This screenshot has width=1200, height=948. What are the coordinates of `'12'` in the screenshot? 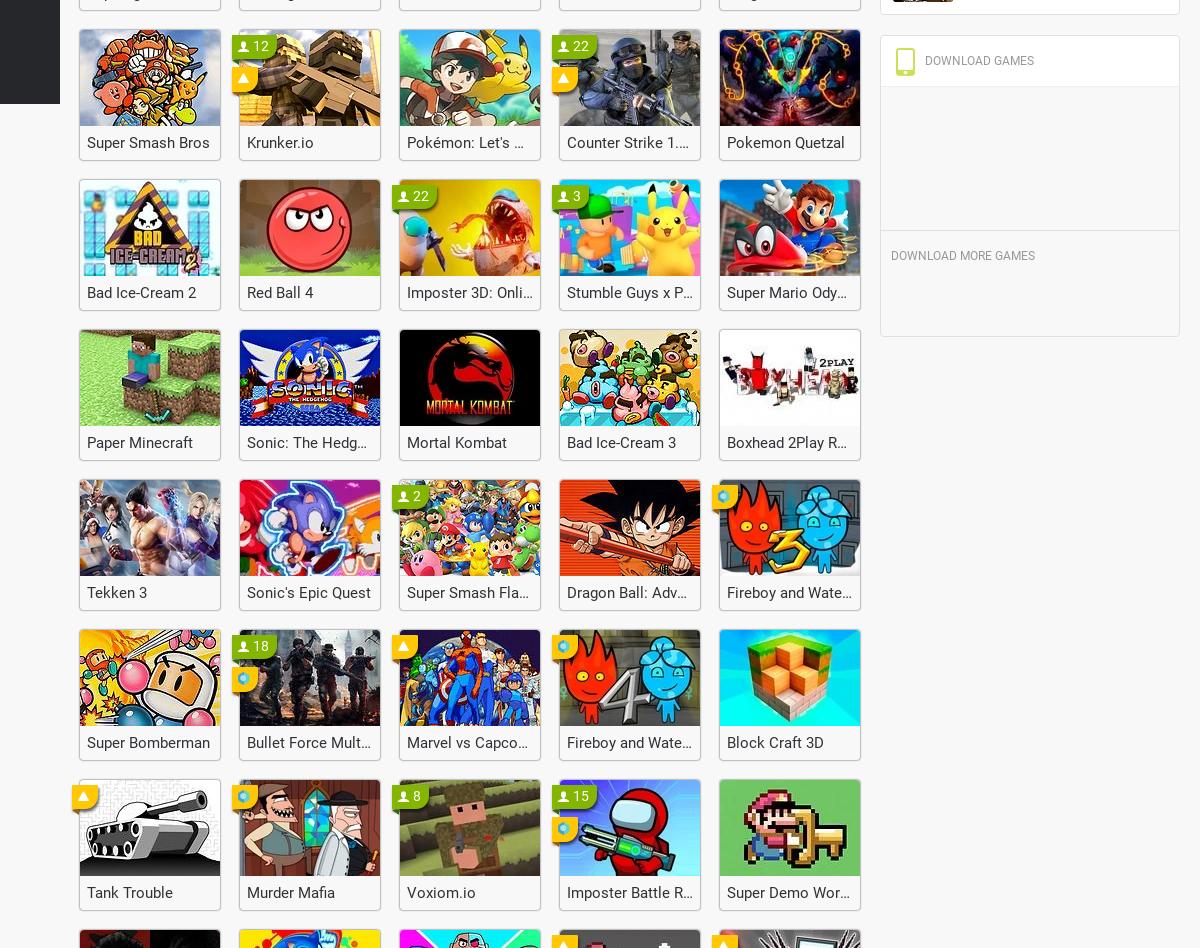 It's located at (260, 45).